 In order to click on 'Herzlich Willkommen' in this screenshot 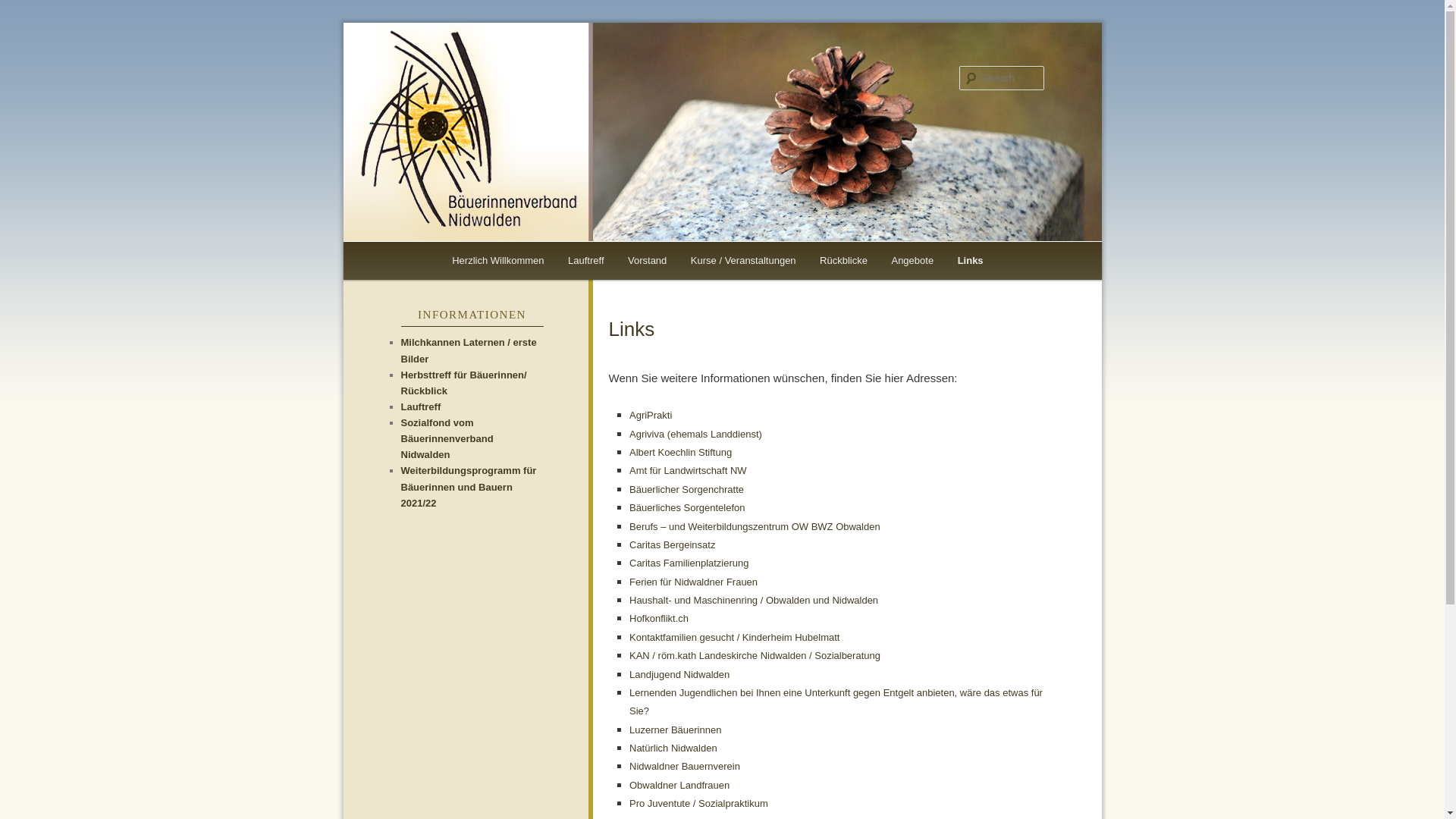, I will do `click(497, 259)`.